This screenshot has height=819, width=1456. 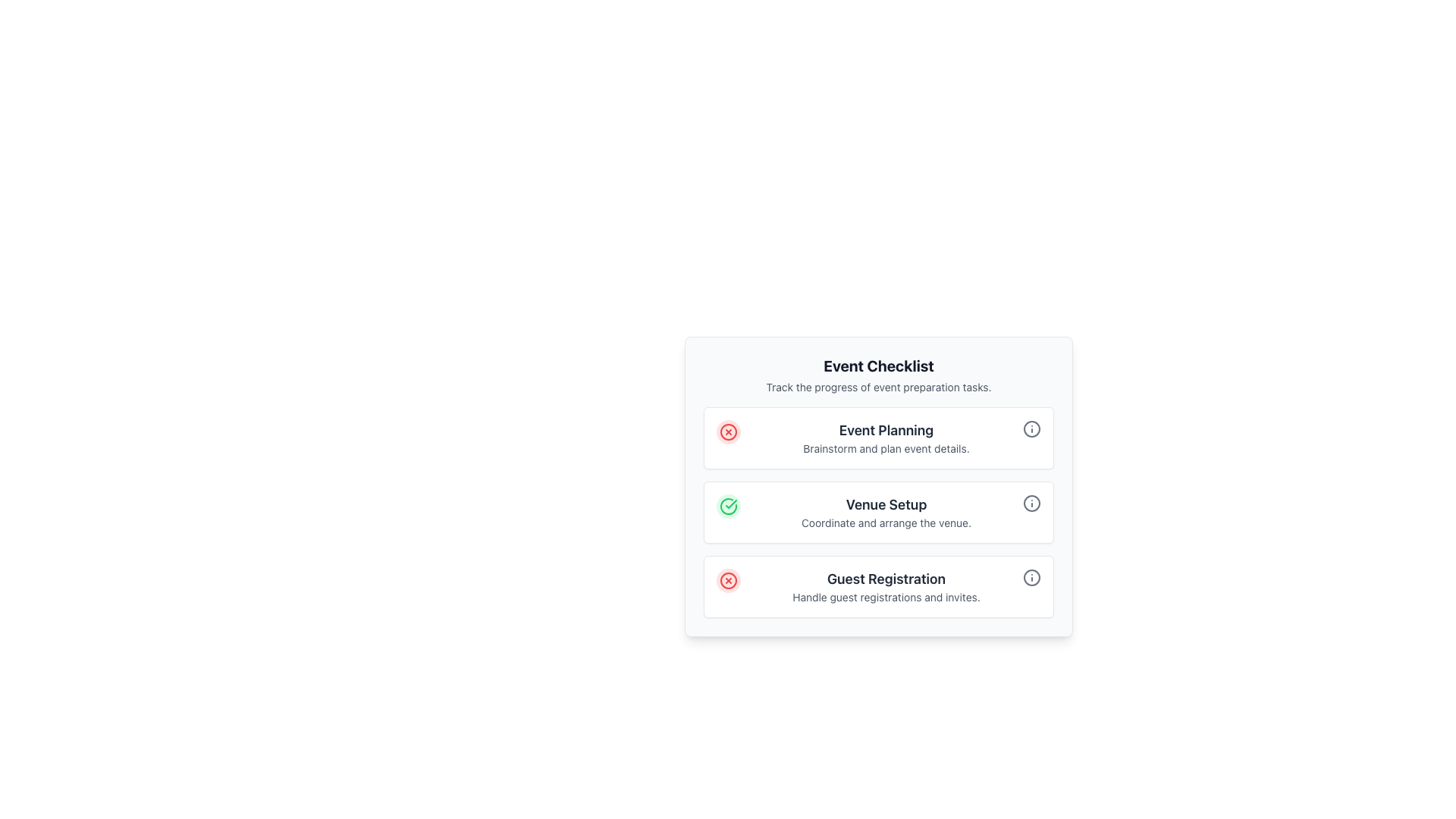 I want to click on the second item in the 'Event Checklist' labeled 'Venue Setup' to interact or learn more, so click(x=878, y=512).